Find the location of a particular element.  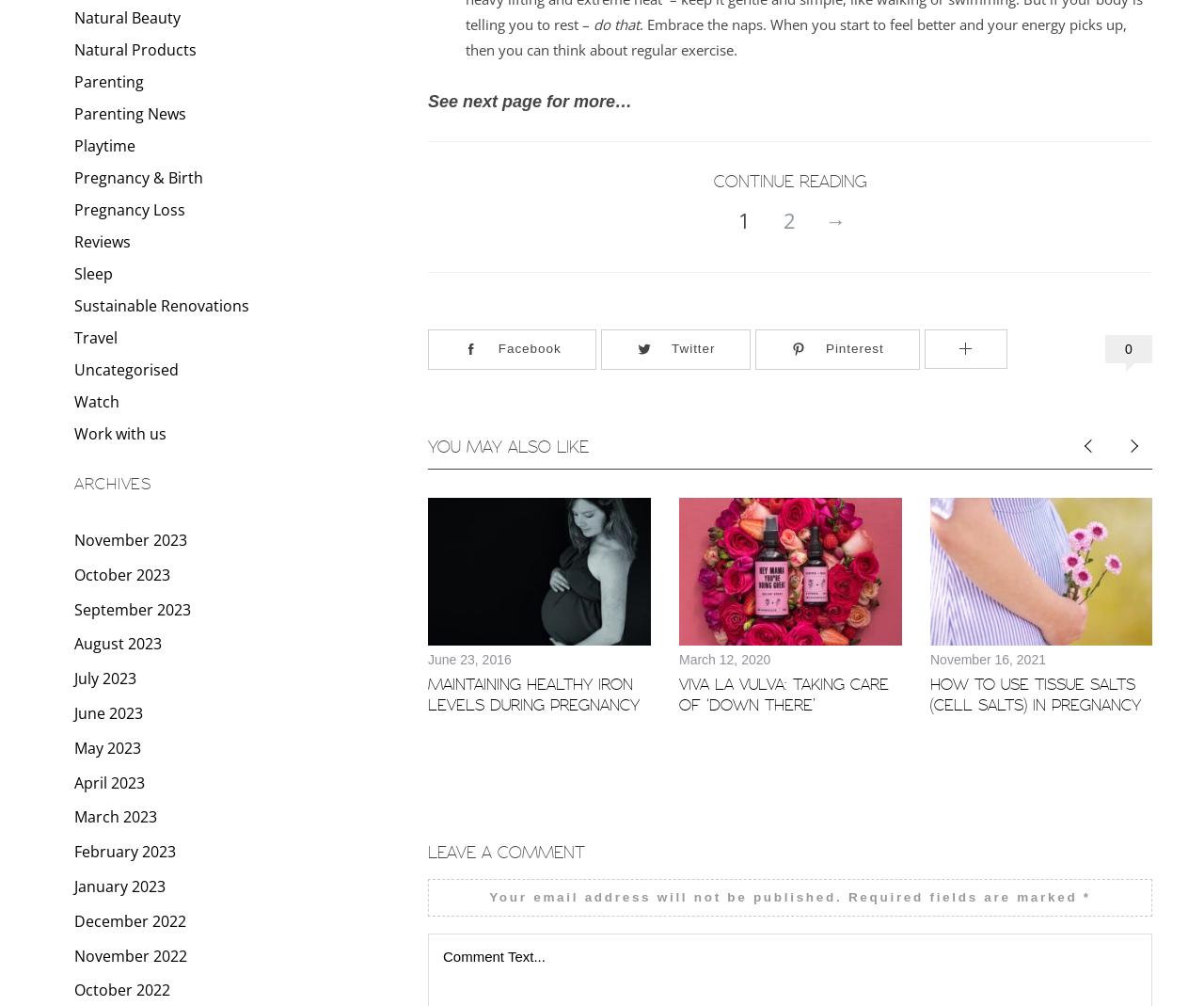

'do that' is located at coordinates (616, 23).